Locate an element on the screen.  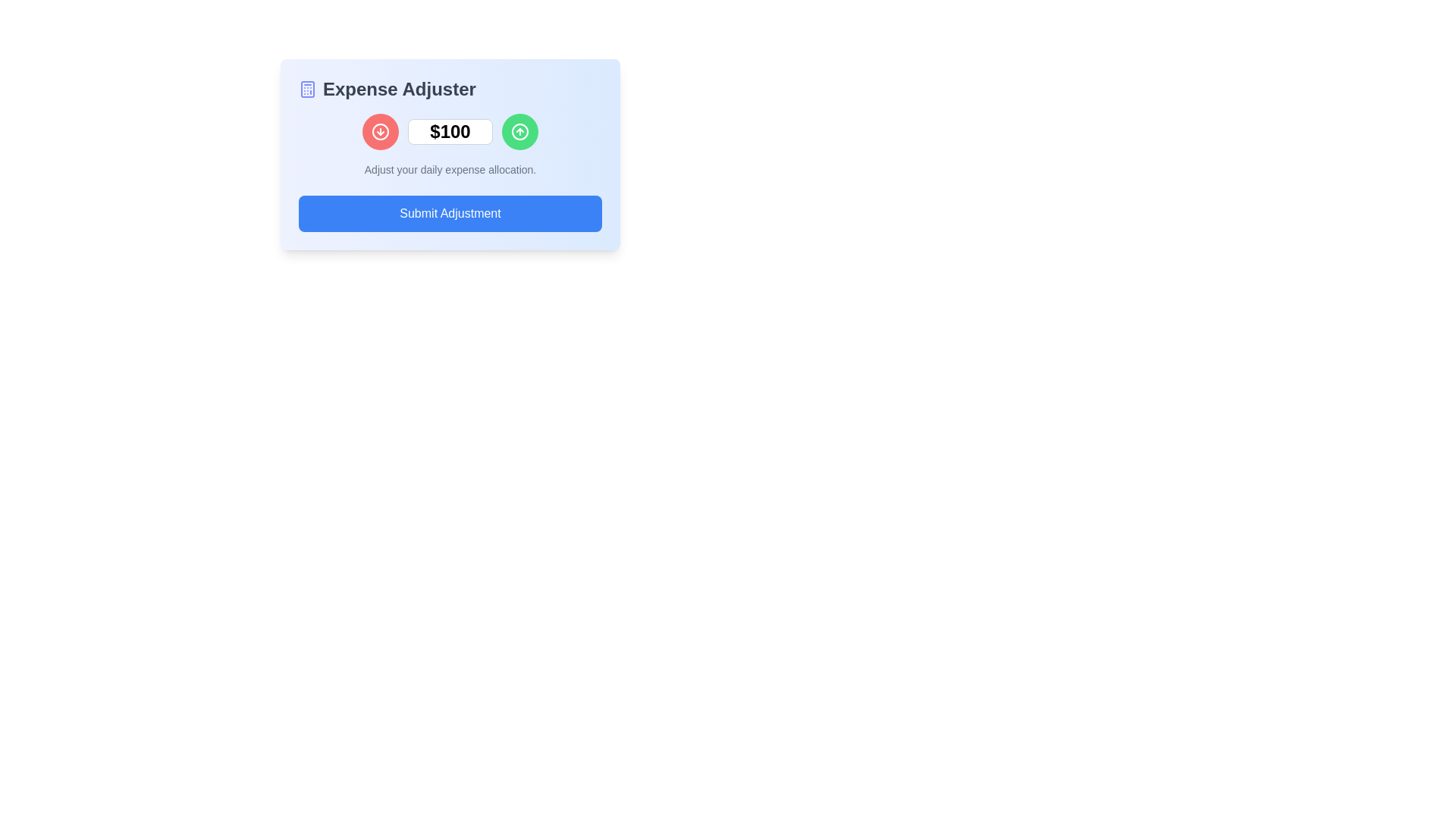
the text element displaying 'Adjust your daily expense allocation.' which is located below the numeric input field and above the blue 'Submit Adjustment' button is located at coordinates (450, 169).